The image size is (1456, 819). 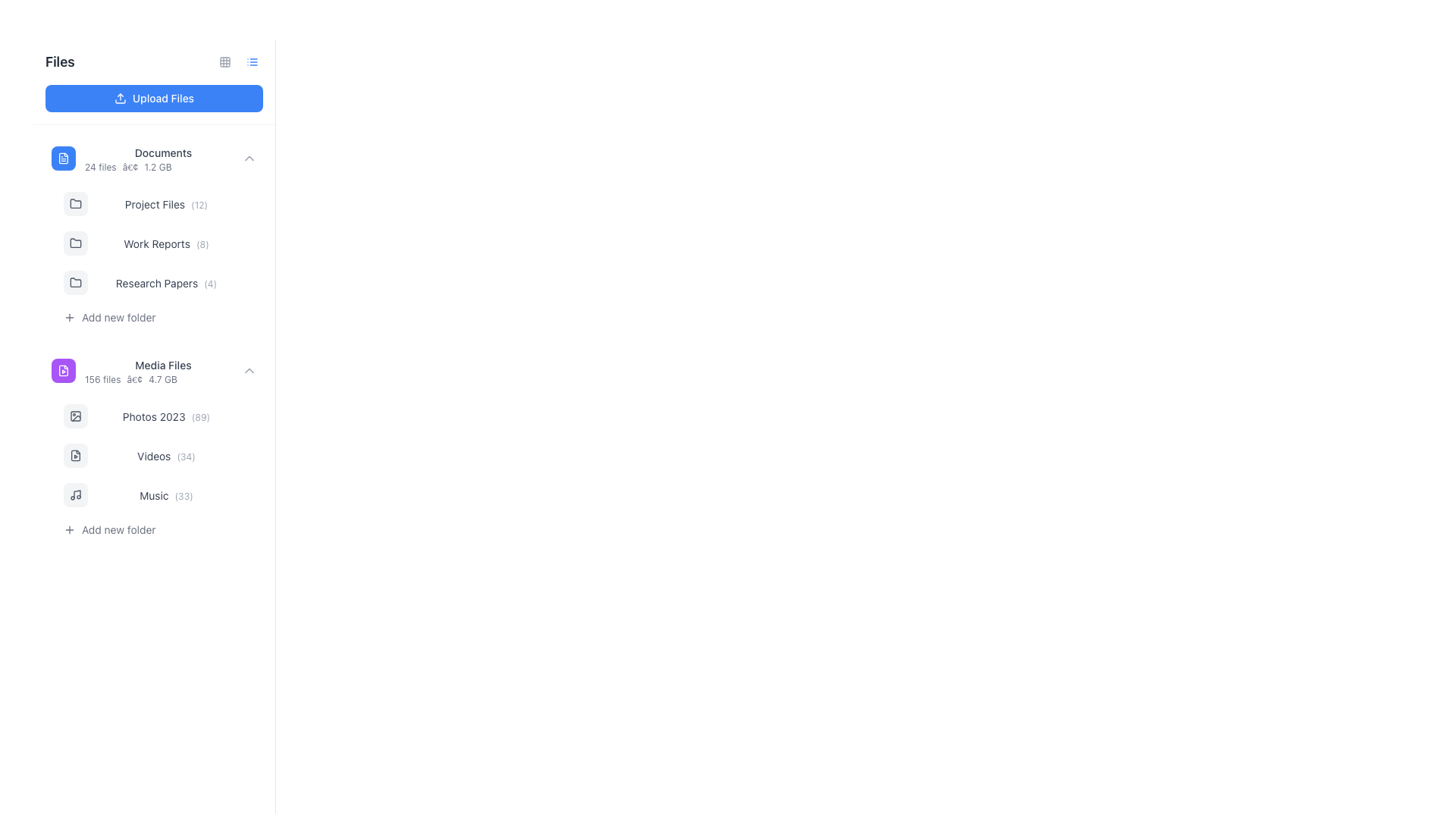 I want to click on the text label that reads 'Research Papers (4)', which is the third item in the vertical list under the 'Documents' section, positioned between 'Work Reports (8)' and 'Add new folder', so click(x=166, y=283).